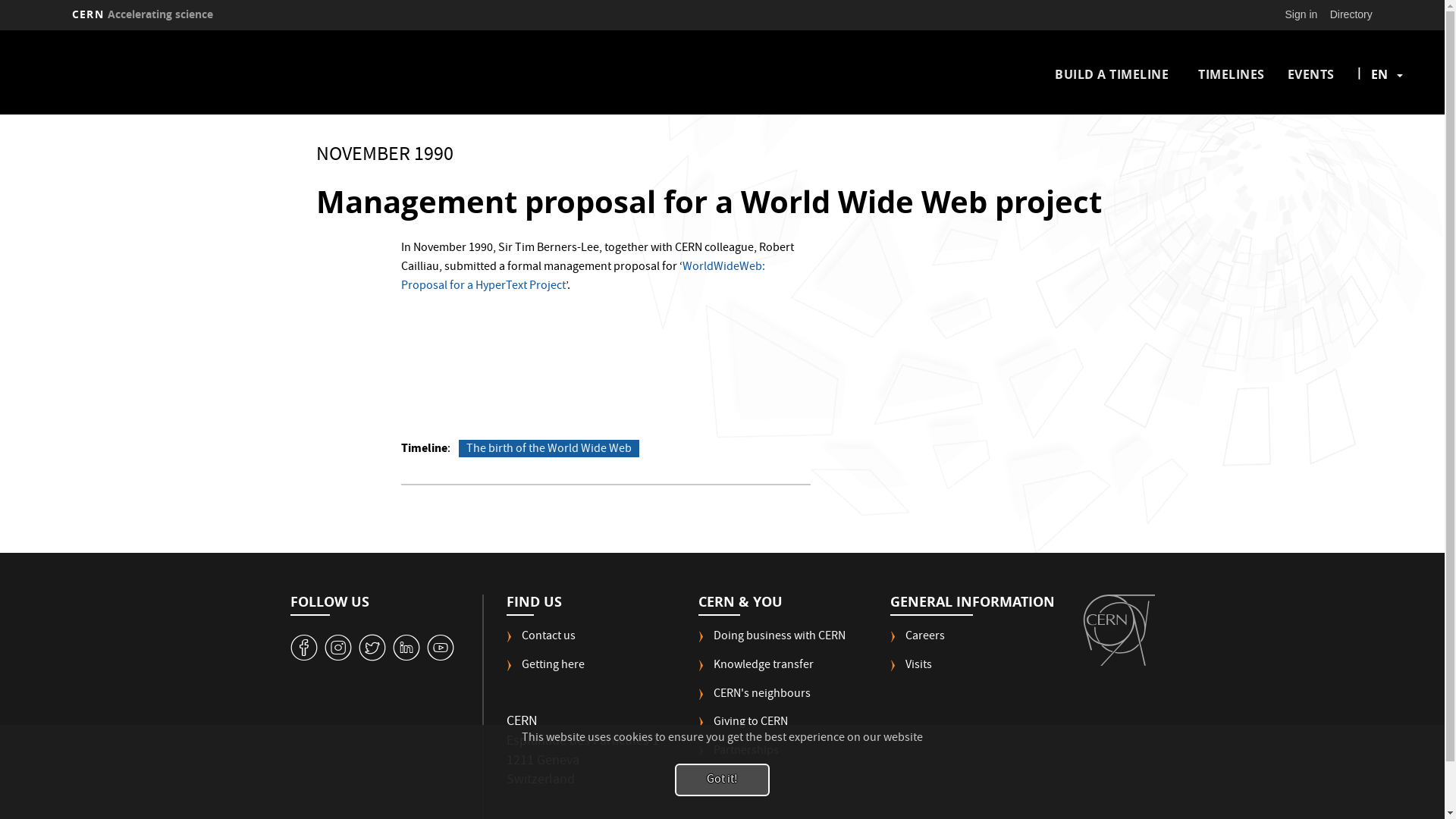 This screenshot has width=1456, height=819. Describe the element at coordinates (1323, 14) in the screenshot. I see `'Directory'` at that location.